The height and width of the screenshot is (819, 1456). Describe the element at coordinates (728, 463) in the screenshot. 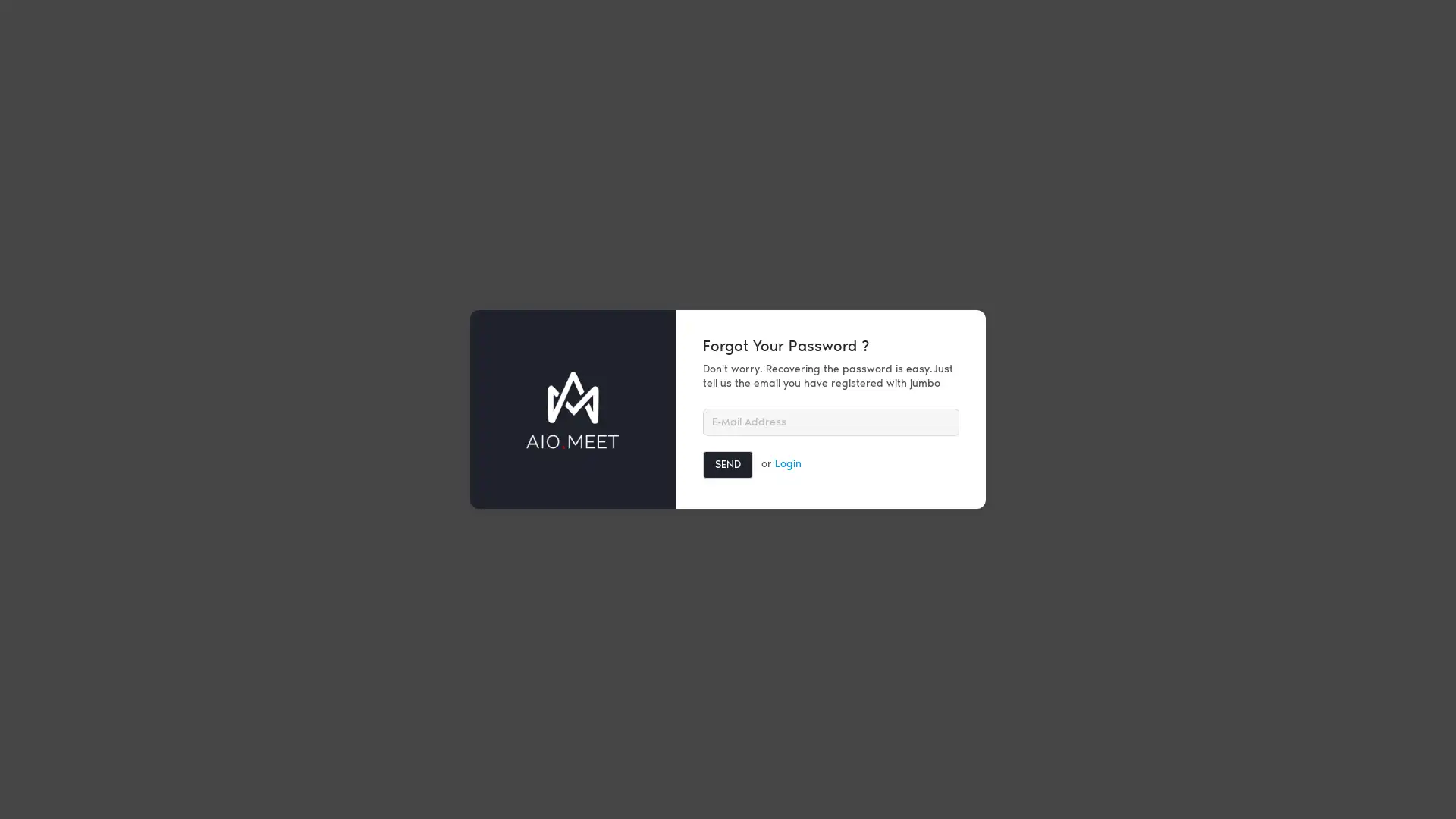

I see `SEND` at that location.